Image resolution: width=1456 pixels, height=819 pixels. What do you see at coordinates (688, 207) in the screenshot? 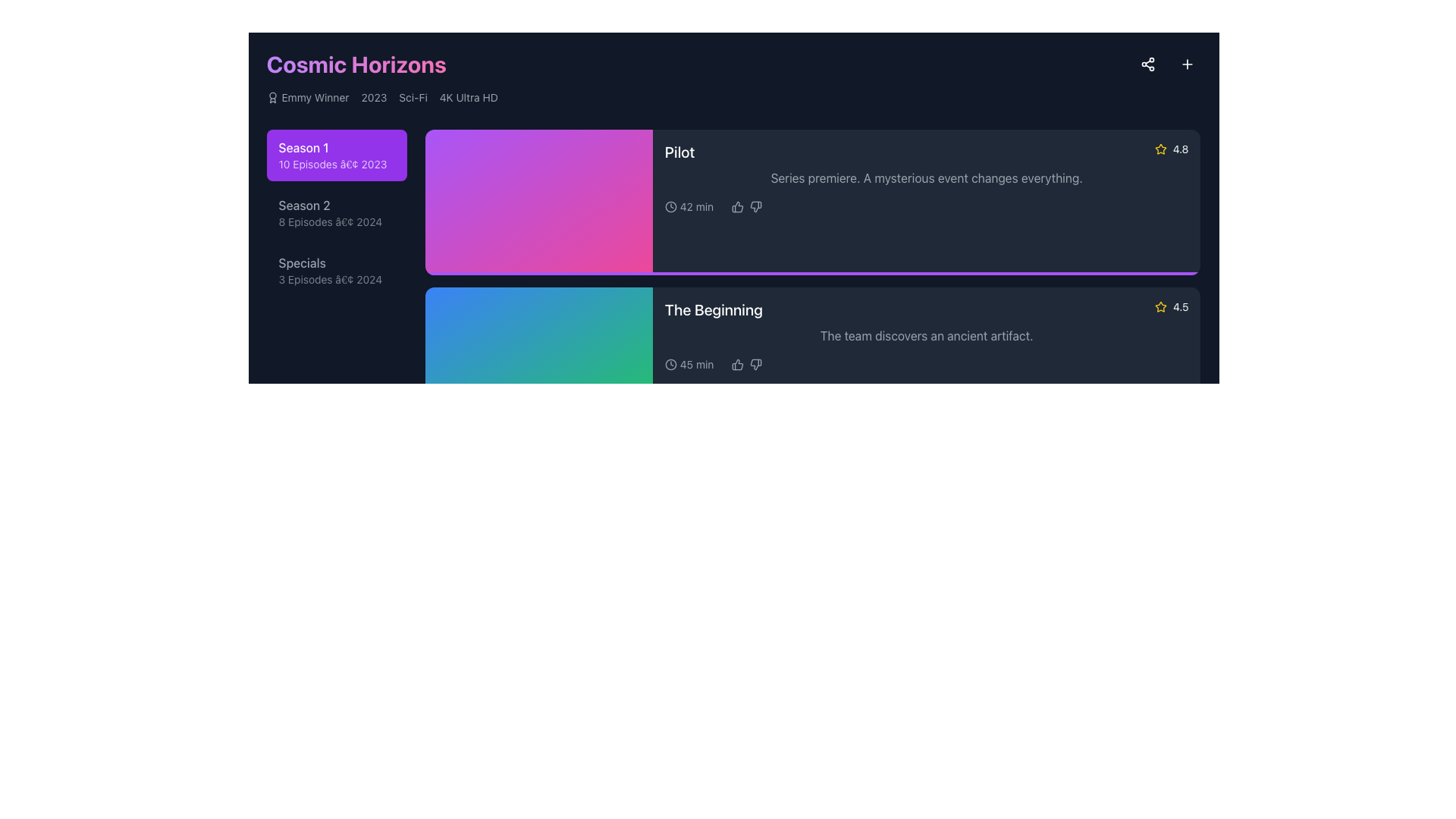
I see `the text display element showing the duration of the content item associated with the title 'Pilot' in the media display interface` at bounding box center [688, 207].